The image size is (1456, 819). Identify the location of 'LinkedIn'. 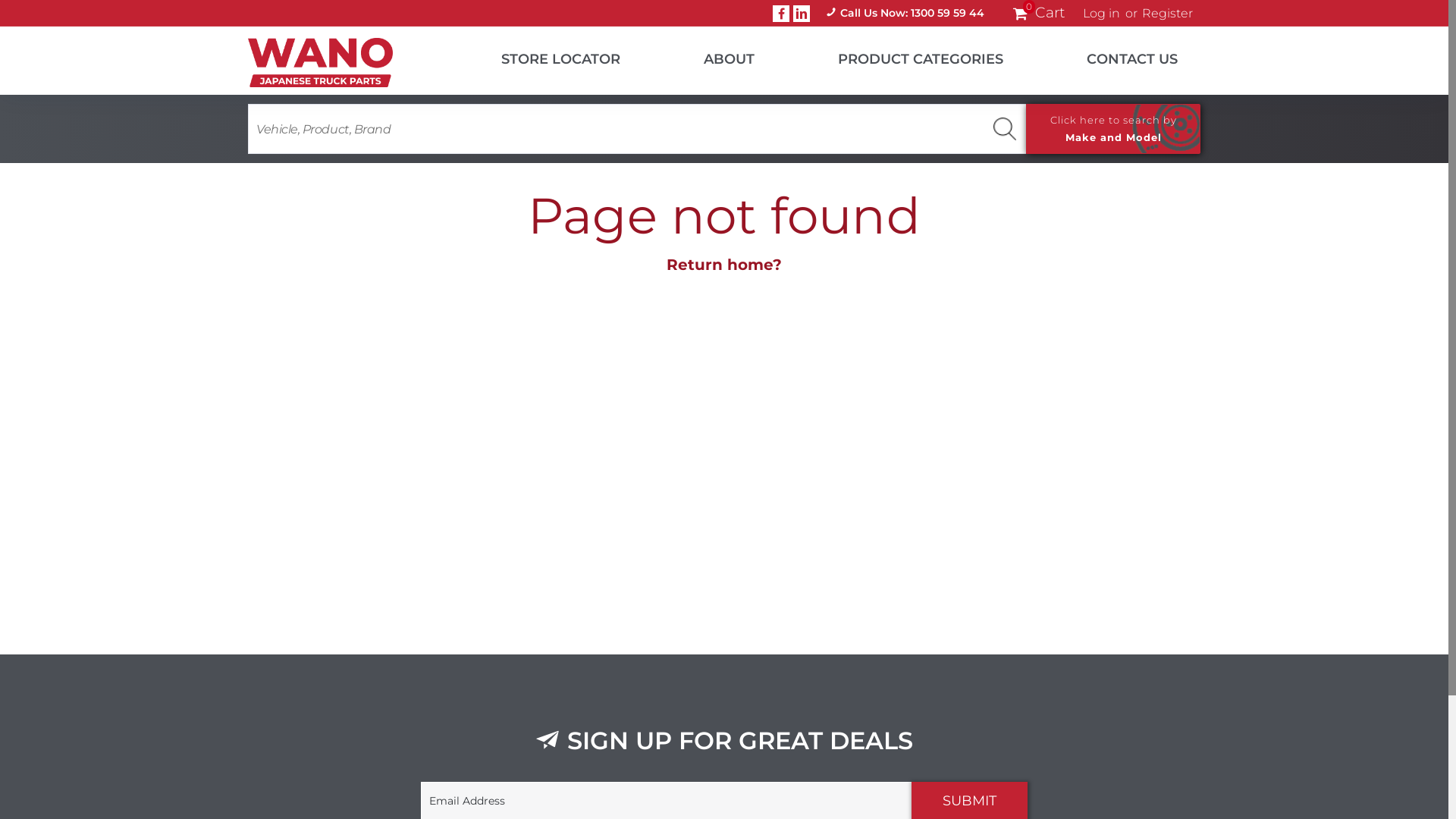
(792, 12).